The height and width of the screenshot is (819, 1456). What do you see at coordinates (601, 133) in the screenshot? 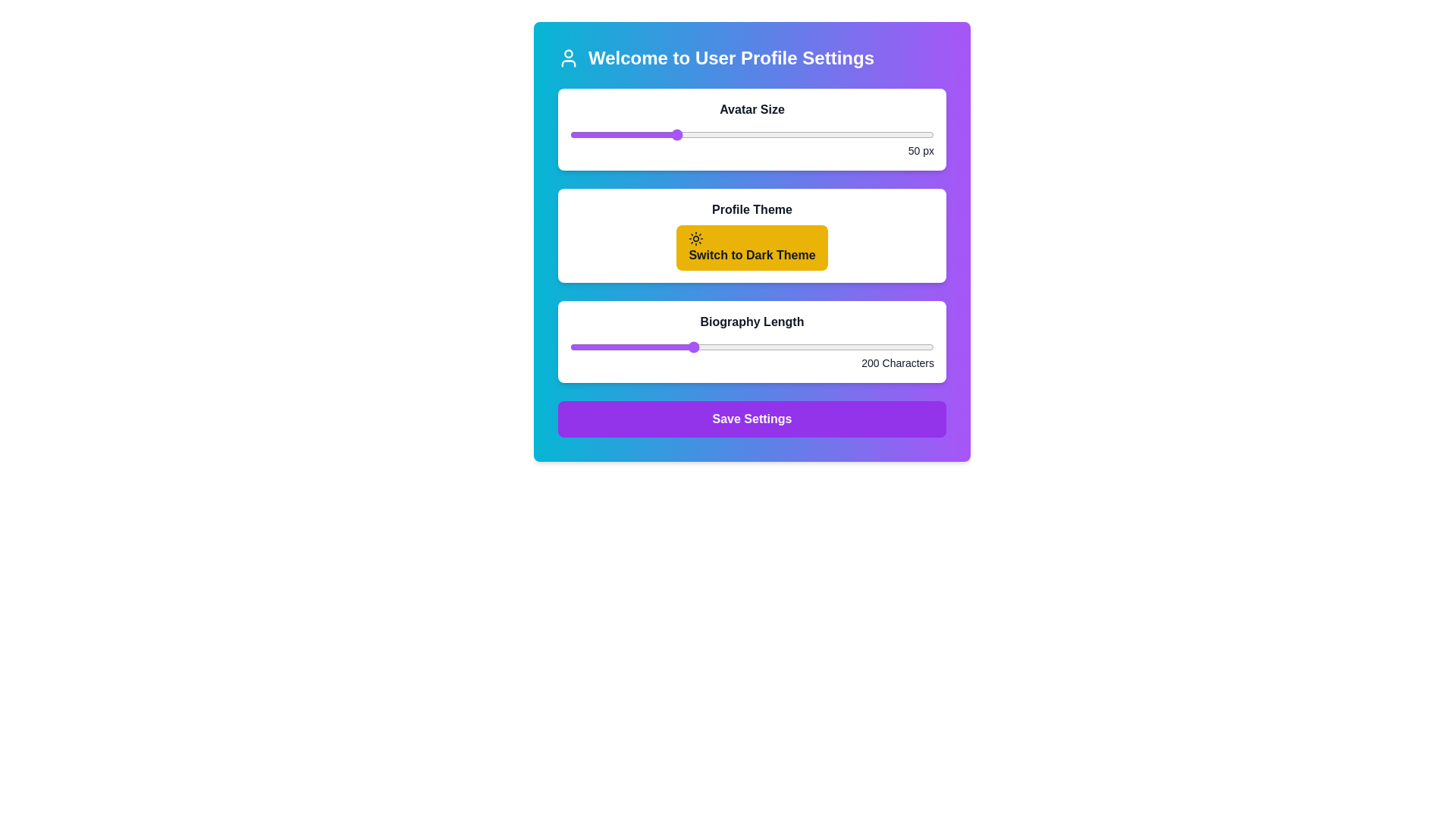
I see `the slider` at bounding box center [601, 133].